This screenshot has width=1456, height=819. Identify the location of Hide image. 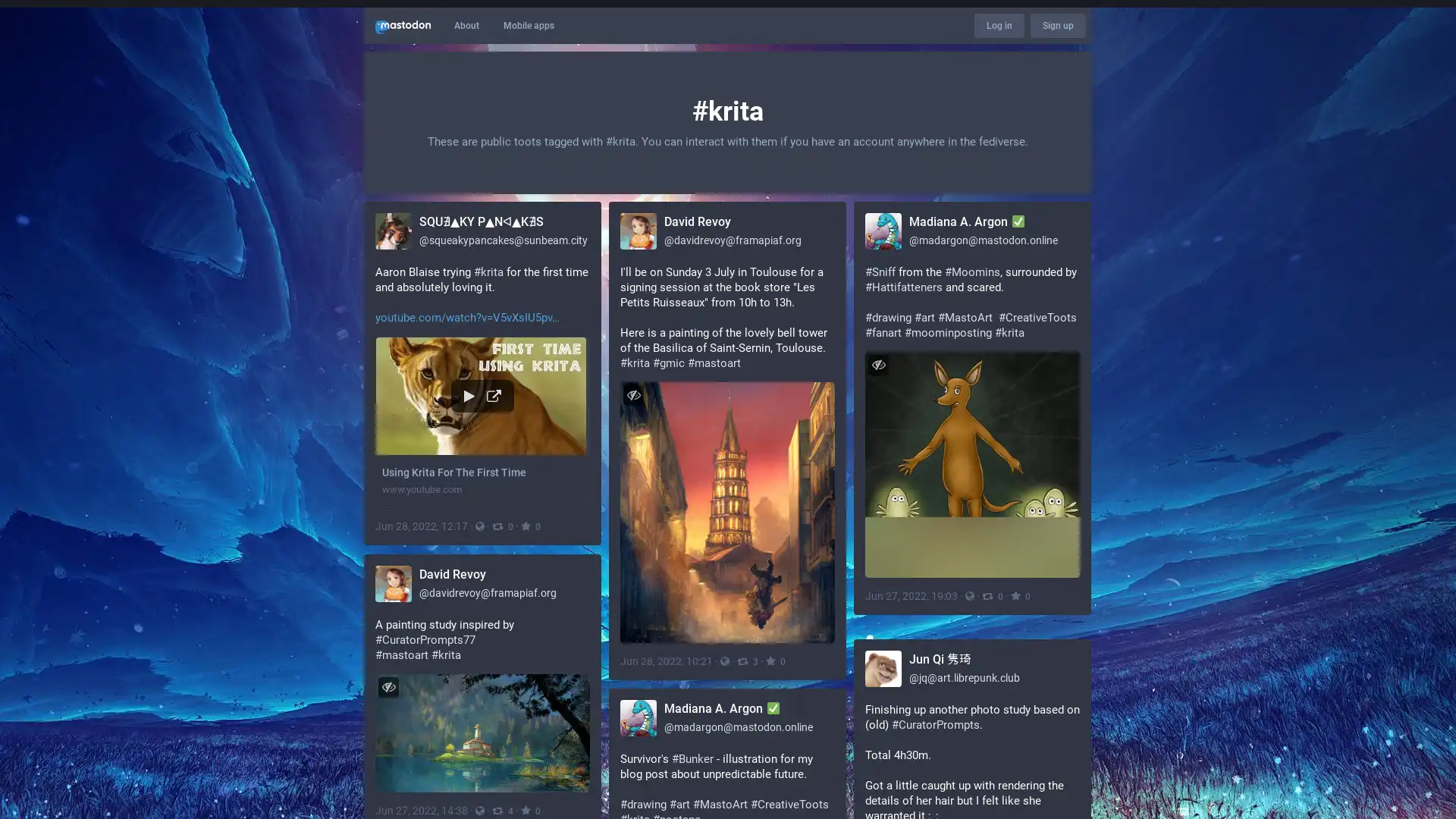
(633, 394).